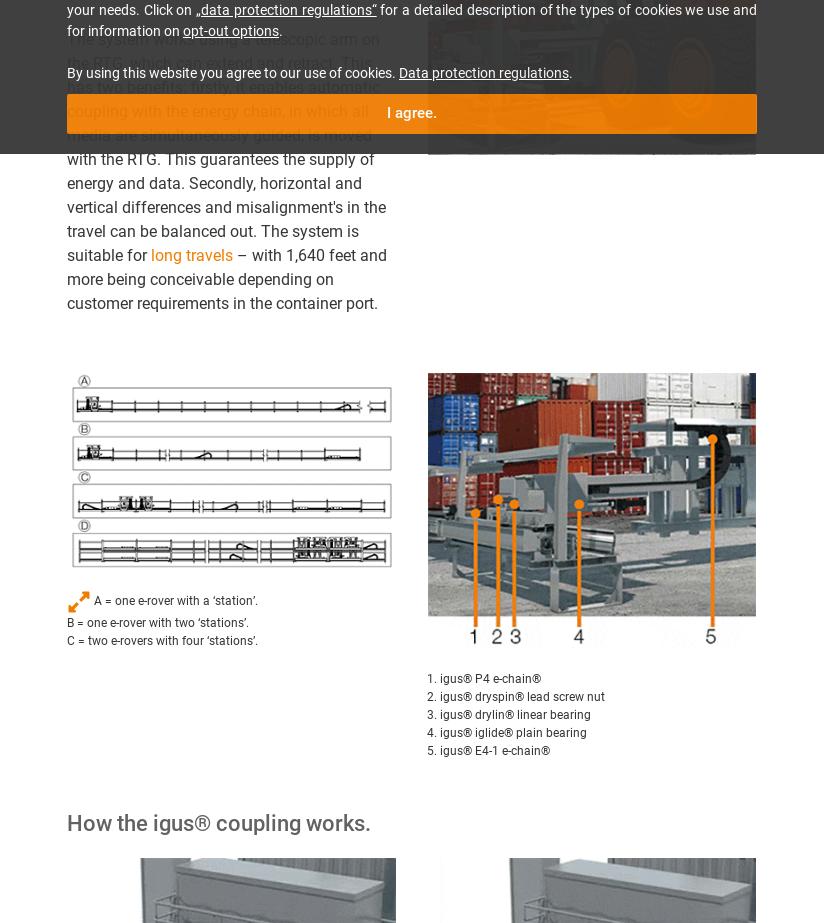  What do you see at coordinates (66, 622) in the screenshot?
I see `'B = one e-rover with two ‘stations’.'` at bounding box center [66, 622].